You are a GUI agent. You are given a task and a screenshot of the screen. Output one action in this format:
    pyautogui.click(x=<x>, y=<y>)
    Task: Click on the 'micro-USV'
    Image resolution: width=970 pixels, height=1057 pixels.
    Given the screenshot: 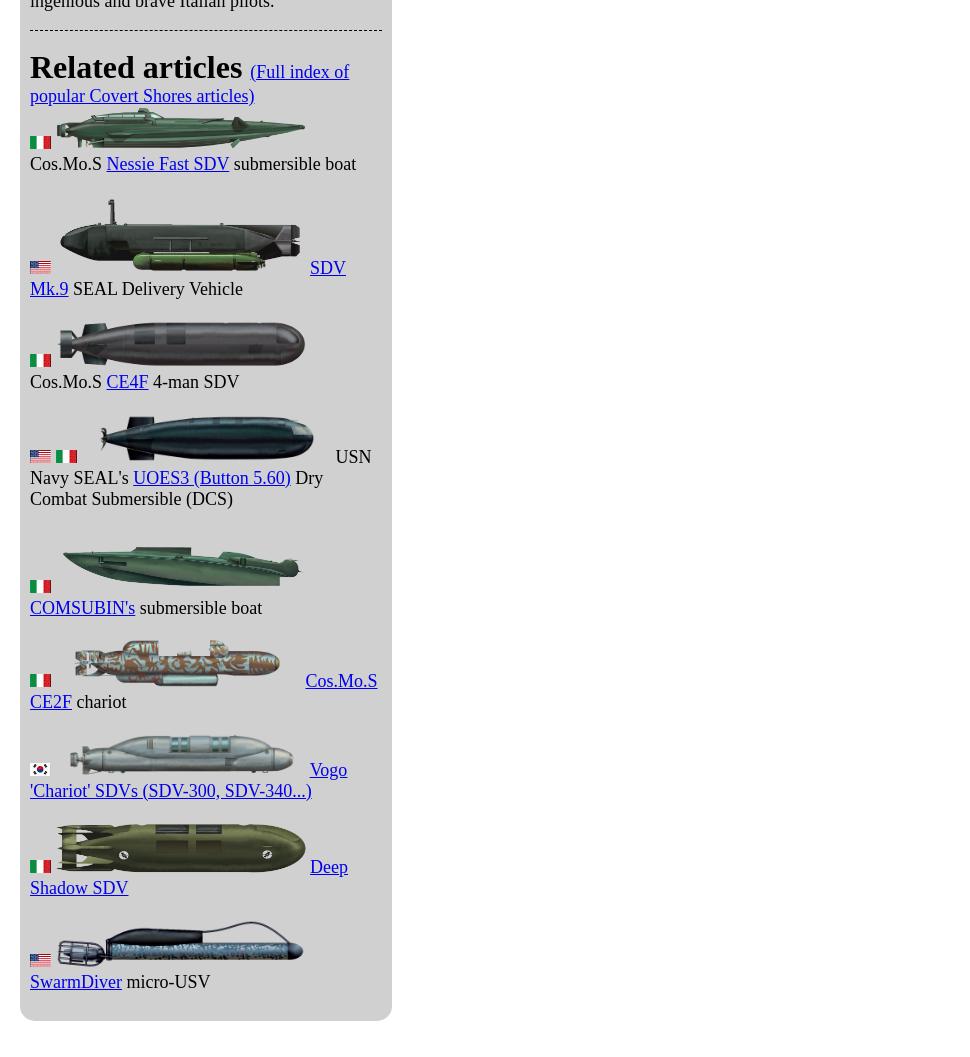 What is the action you would take?
    pyautogui.click(x=164, y=981)
    